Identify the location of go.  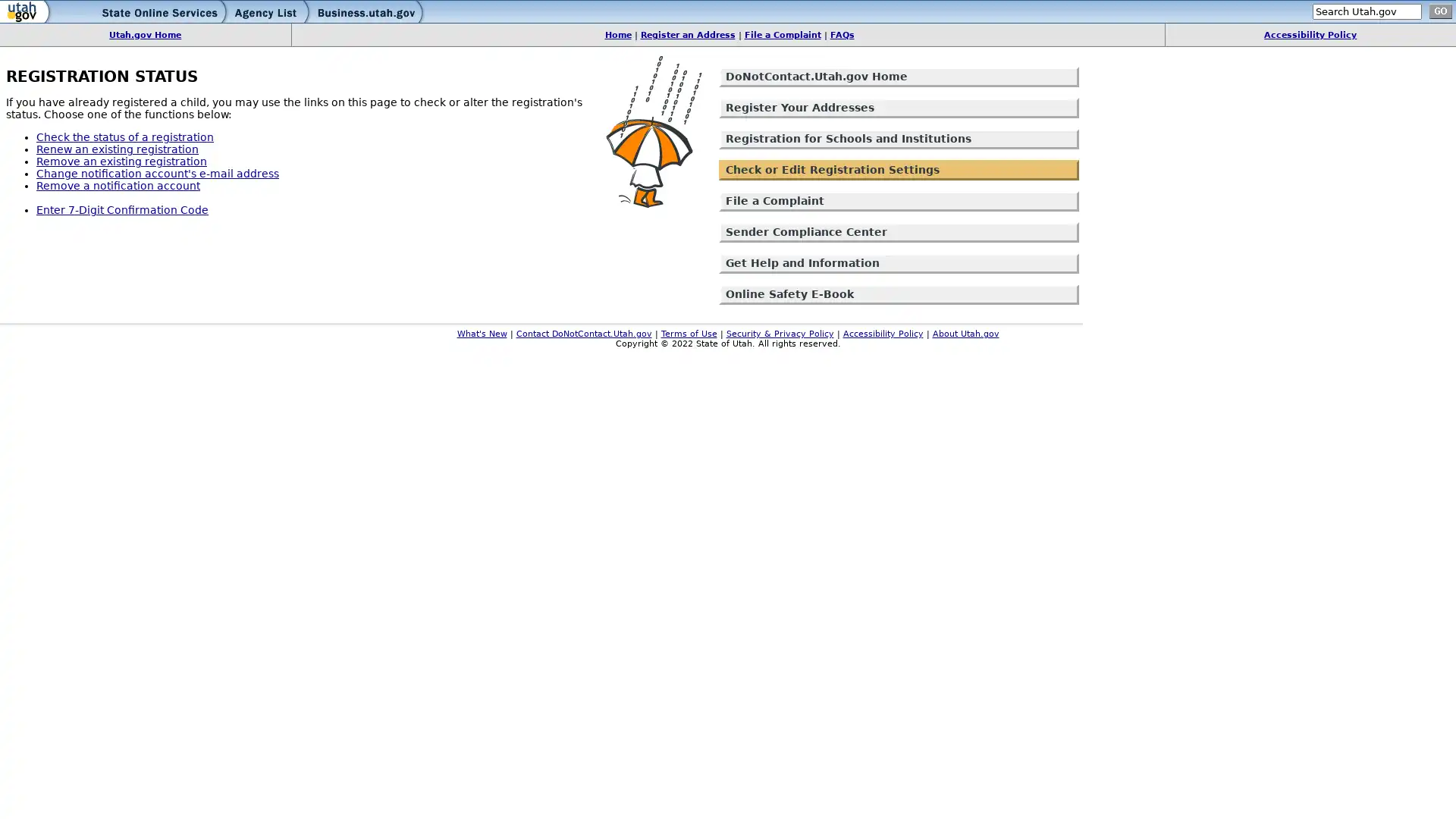
(1440, 11).